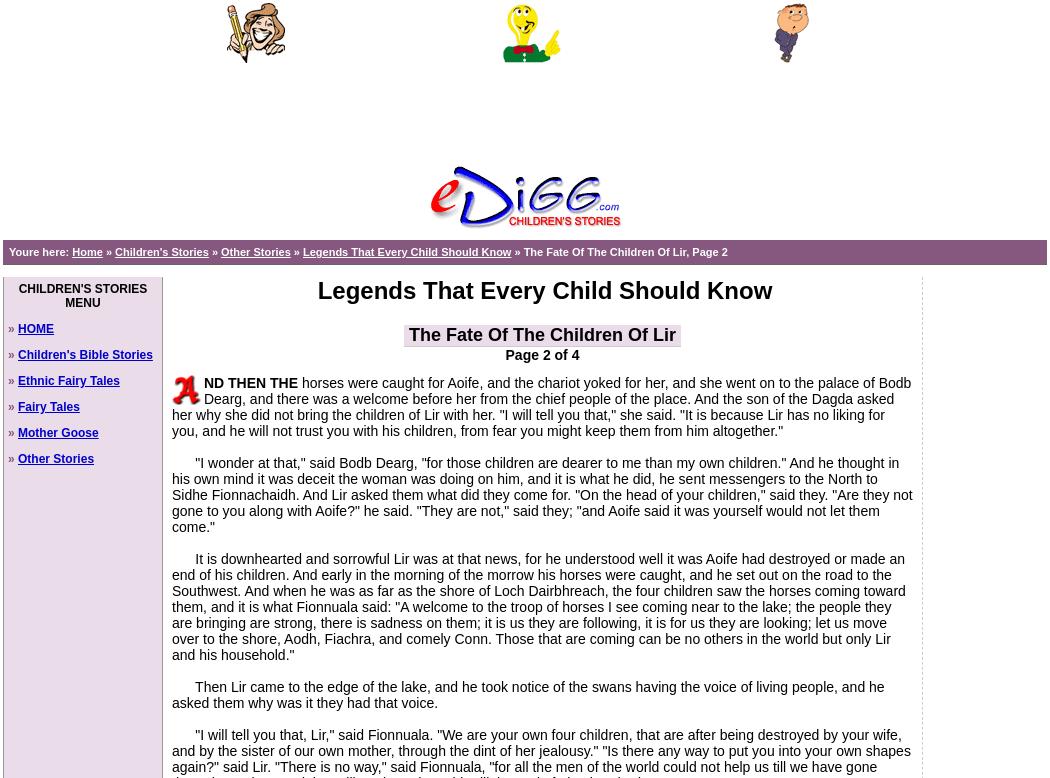 The image size is (1050, 778). I want to click on 'Ethnic Fairy Tales', so click(67, 379).